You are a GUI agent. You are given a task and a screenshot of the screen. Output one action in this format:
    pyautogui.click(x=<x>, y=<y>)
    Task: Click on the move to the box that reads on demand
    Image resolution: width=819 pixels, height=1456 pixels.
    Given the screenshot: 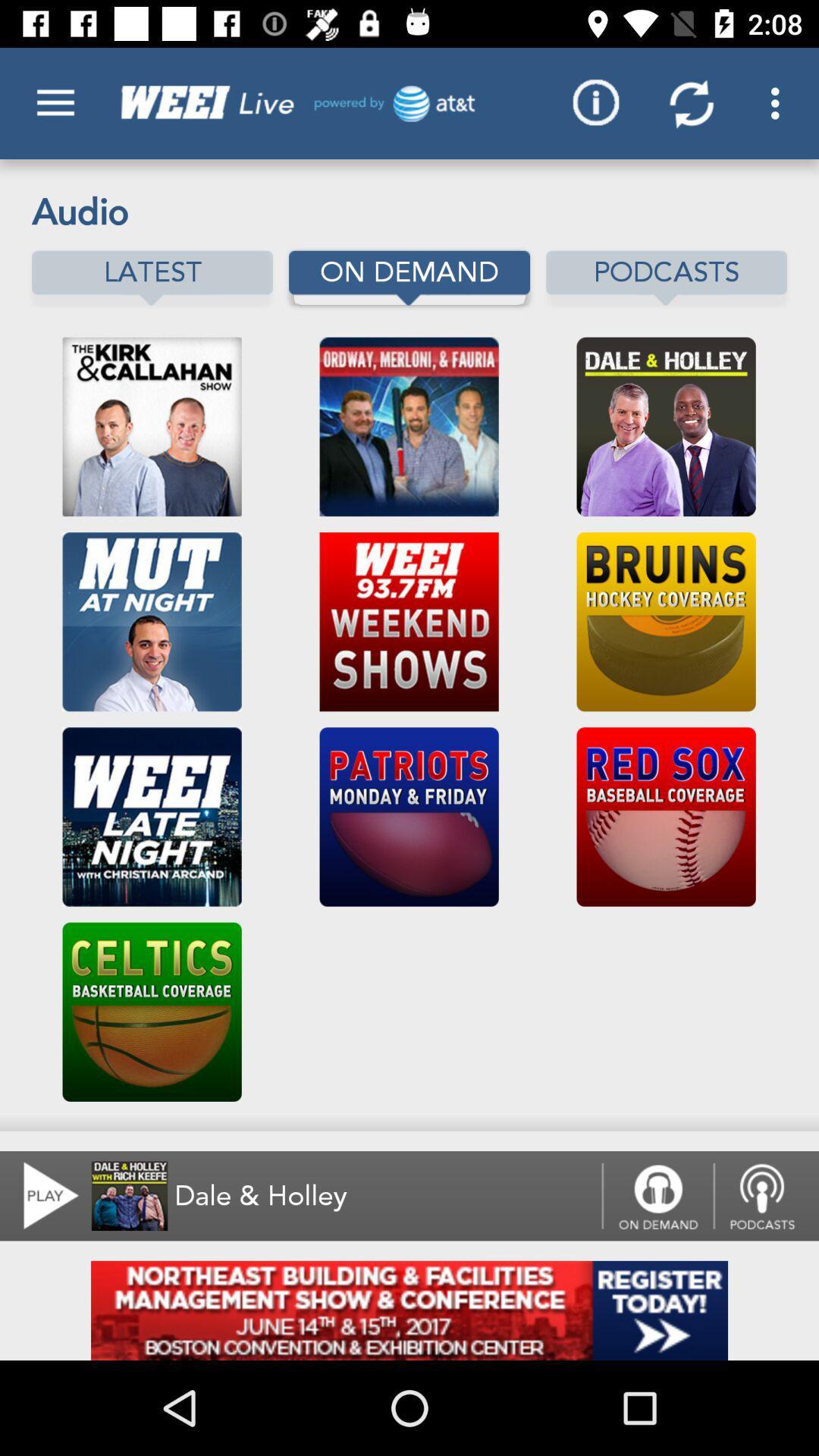 What is the action you would take?
    pyautogui.click(x=409, y=278)
    